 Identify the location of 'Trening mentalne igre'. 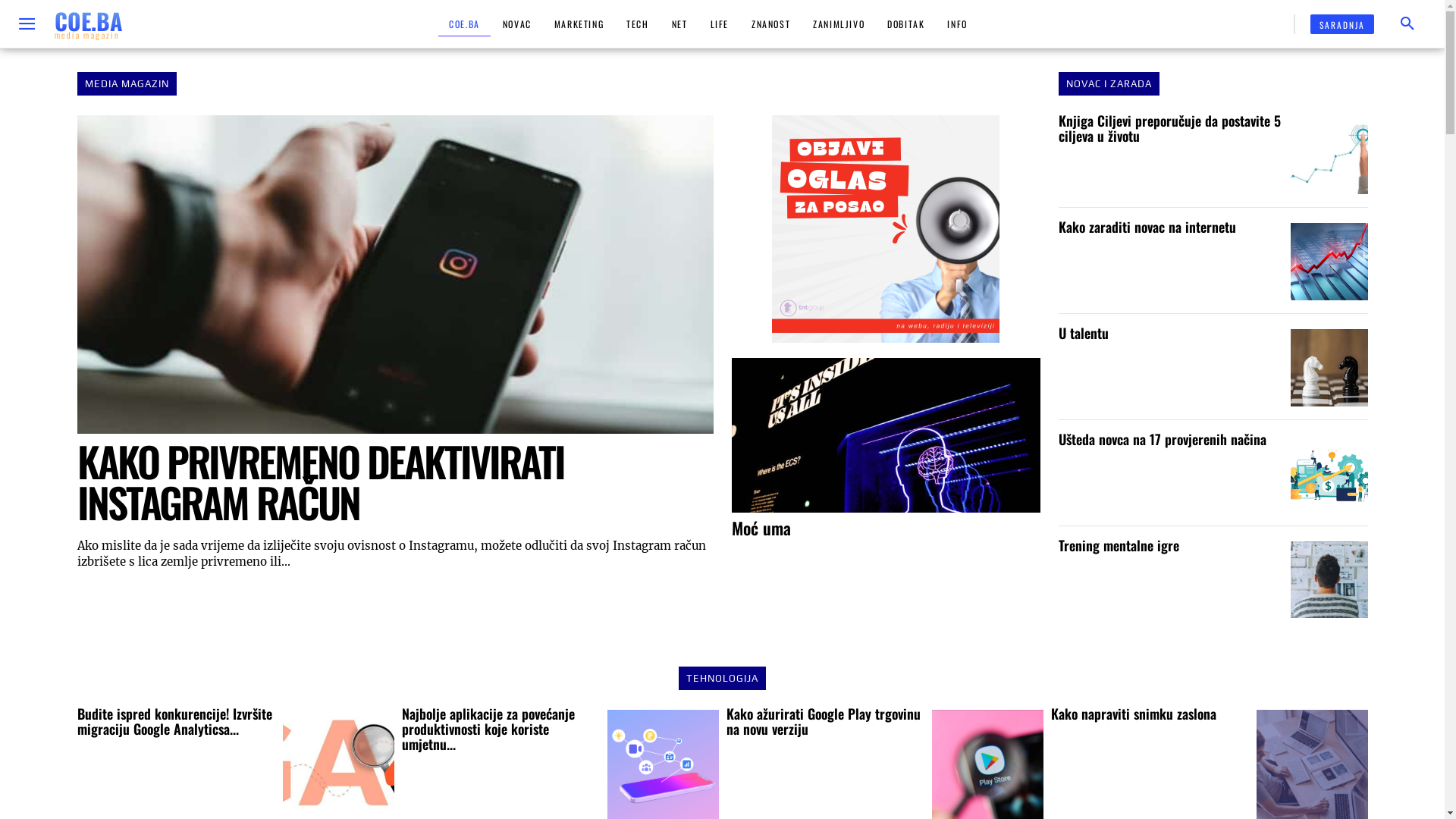
(1328, 579).